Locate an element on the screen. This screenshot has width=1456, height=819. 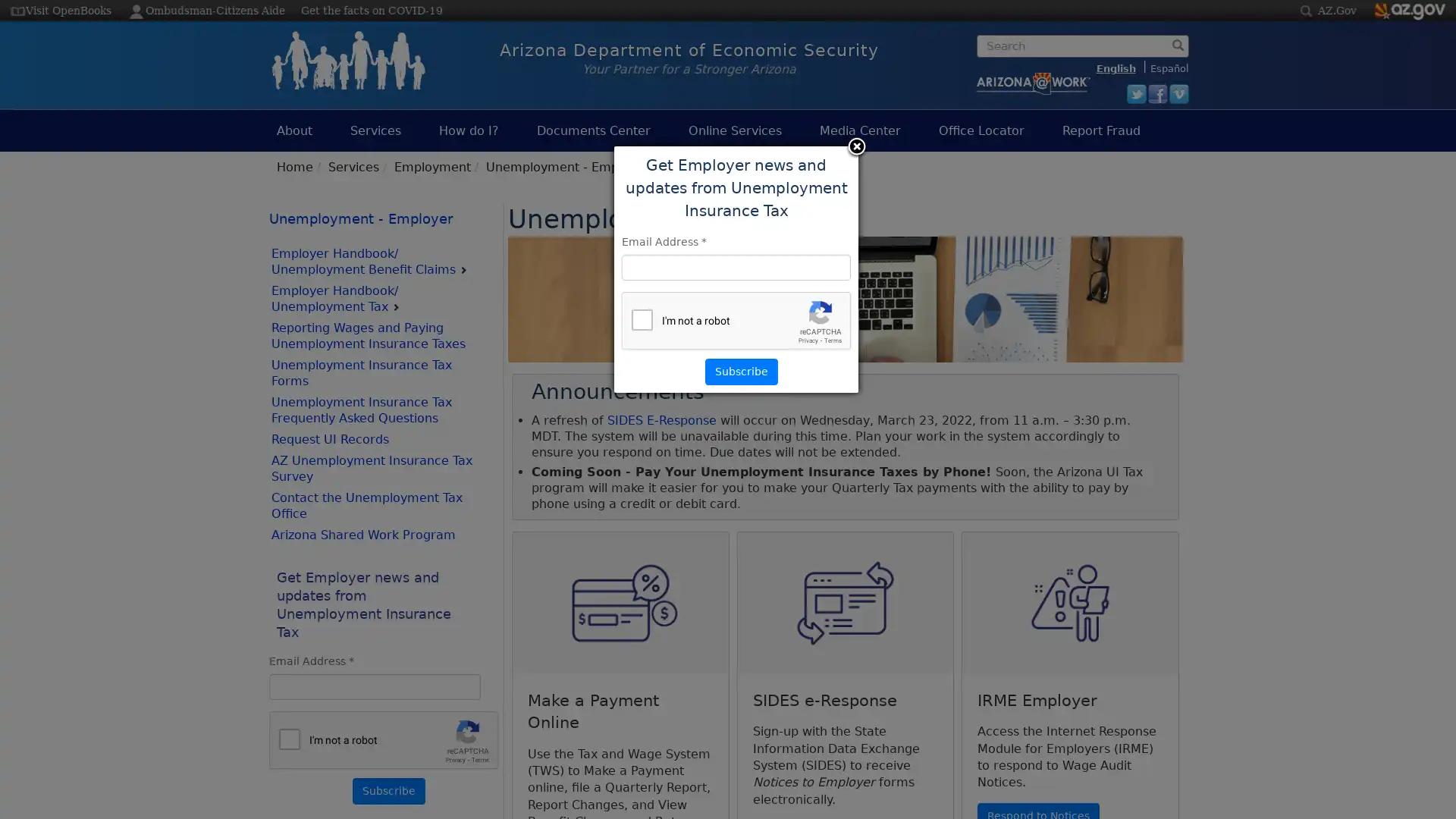
Close Pop Up is located at coordinates (855, 148).